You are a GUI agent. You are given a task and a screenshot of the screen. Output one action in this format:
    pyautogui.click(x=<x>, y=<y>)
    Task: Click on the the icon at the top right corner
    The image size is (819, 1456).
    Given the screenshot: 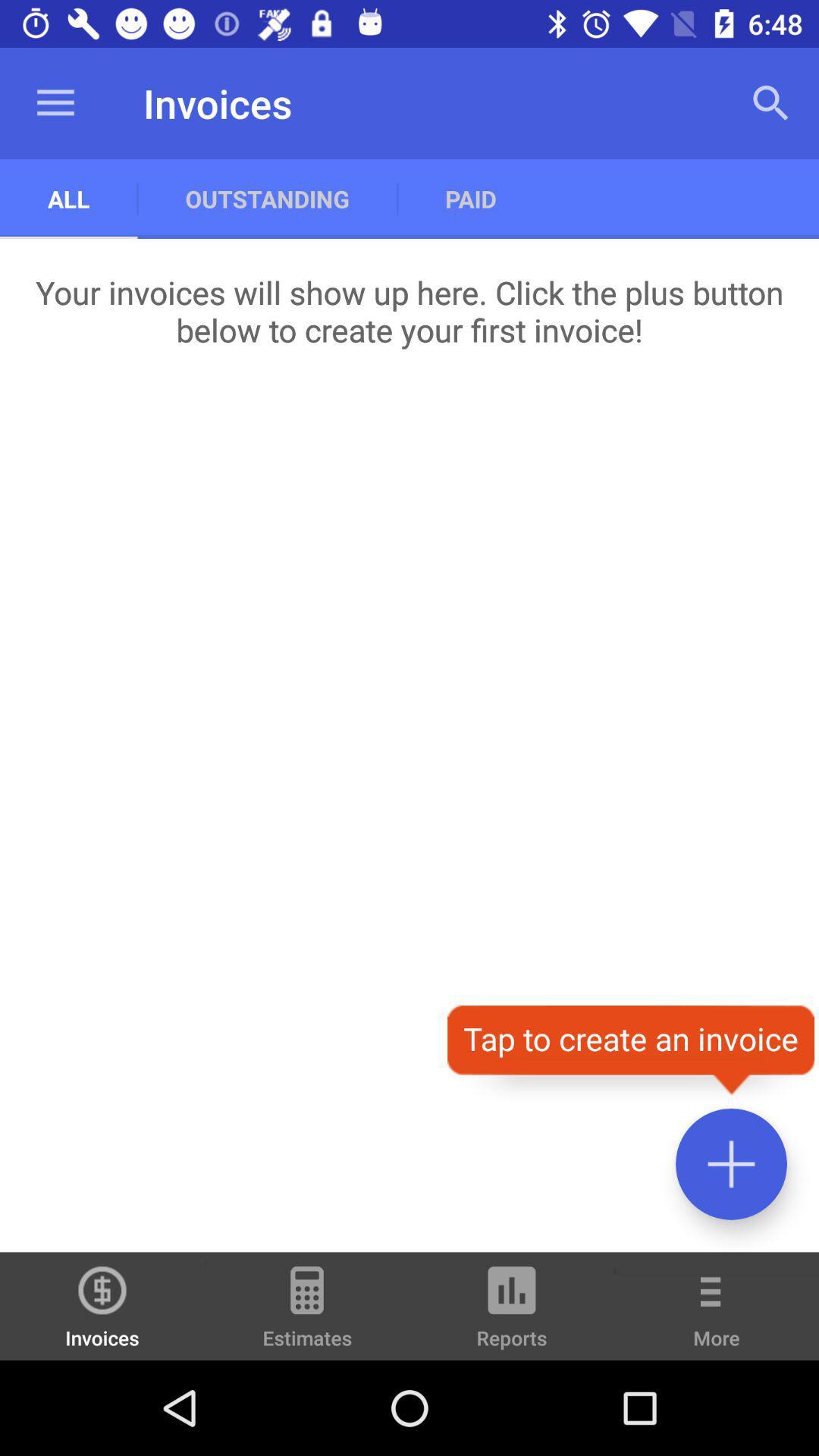 What is the action you would take?
    pyautogui.click(x=771, y=102)
    